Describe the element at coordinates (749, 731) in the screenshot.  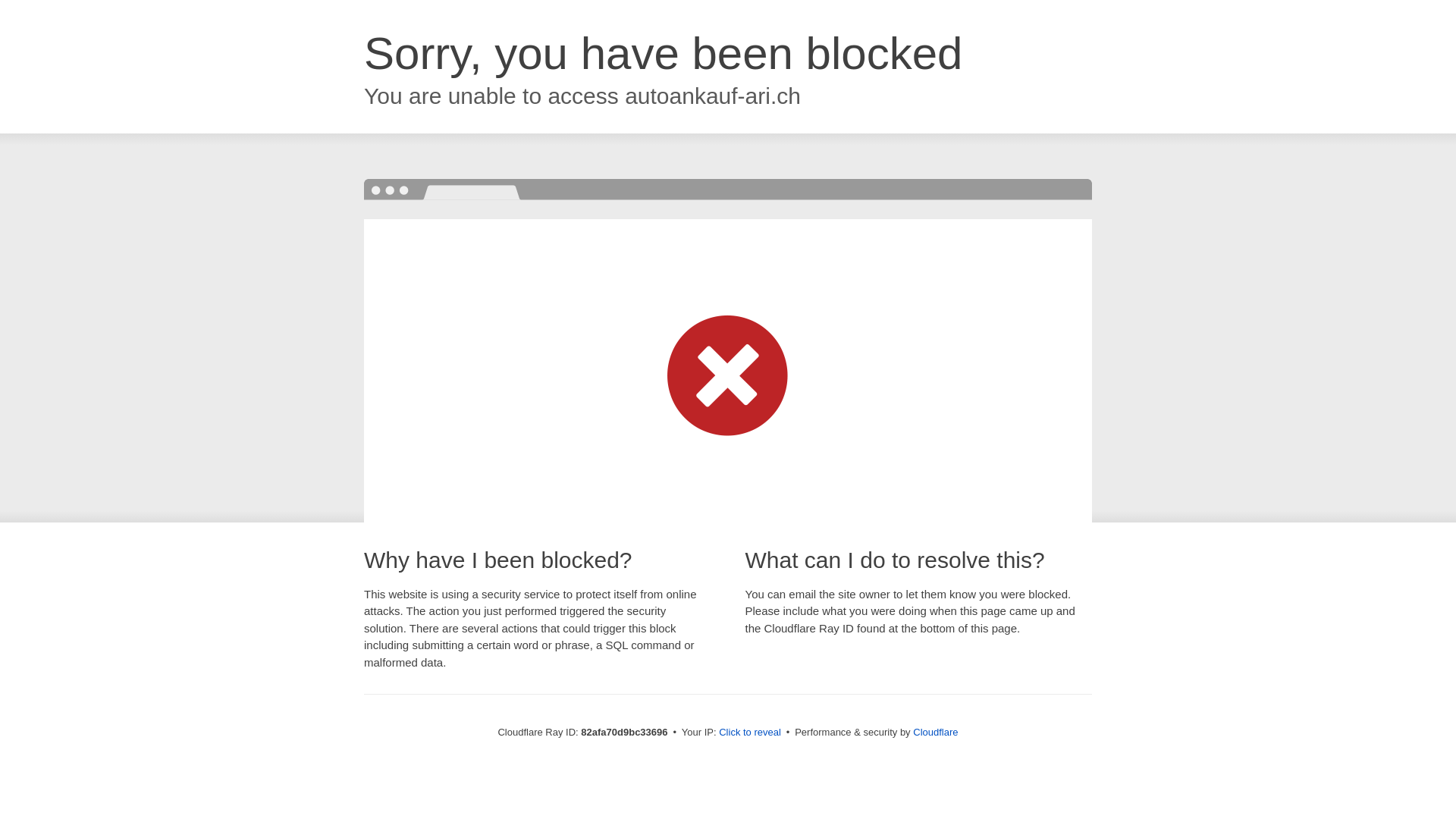
I see `'Click to reveal'` at that location.